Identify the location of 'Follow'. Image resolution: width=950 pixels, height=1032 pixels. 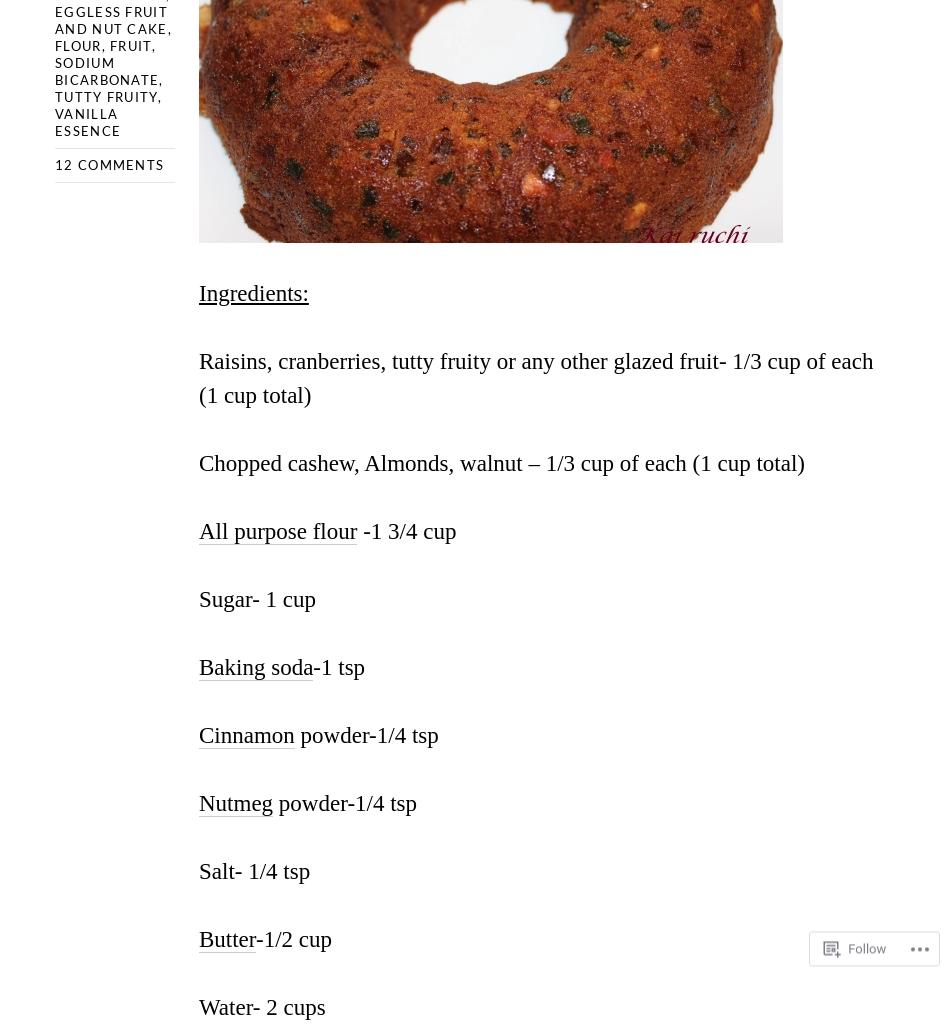
(865, 939).